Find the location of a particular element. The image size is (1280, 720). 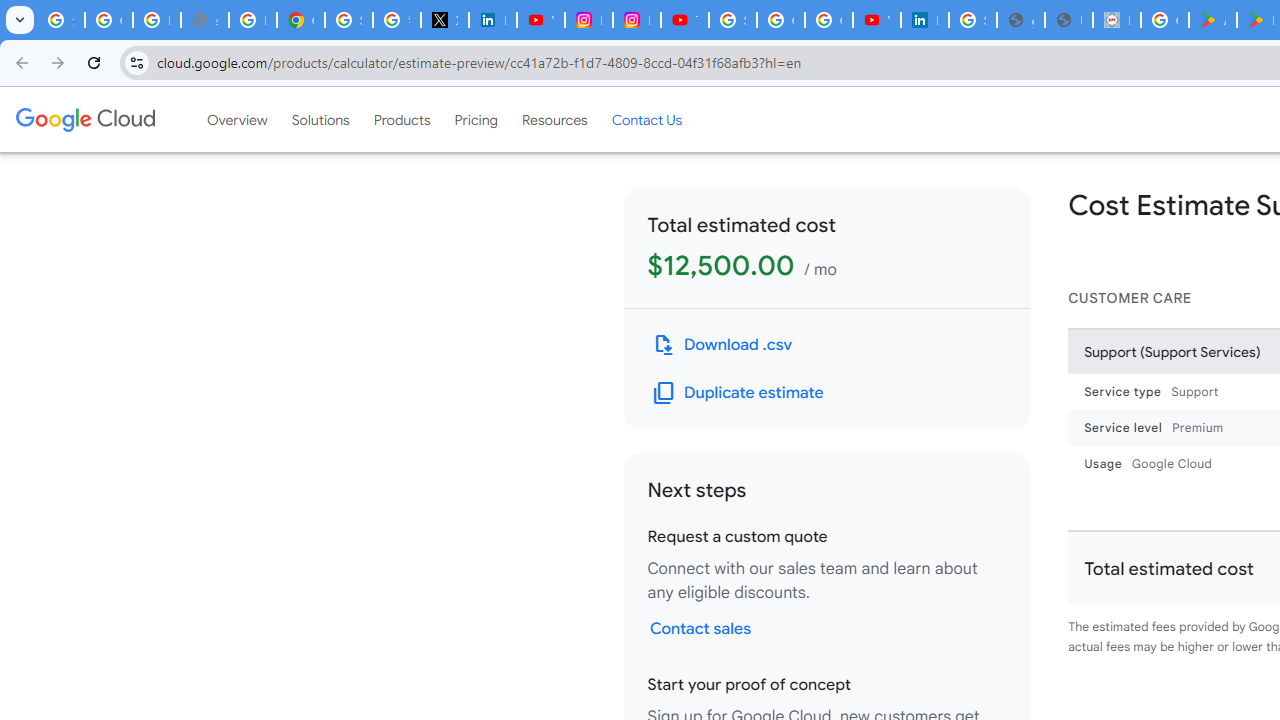

'Solutions' is located at coordinates (320, 119).